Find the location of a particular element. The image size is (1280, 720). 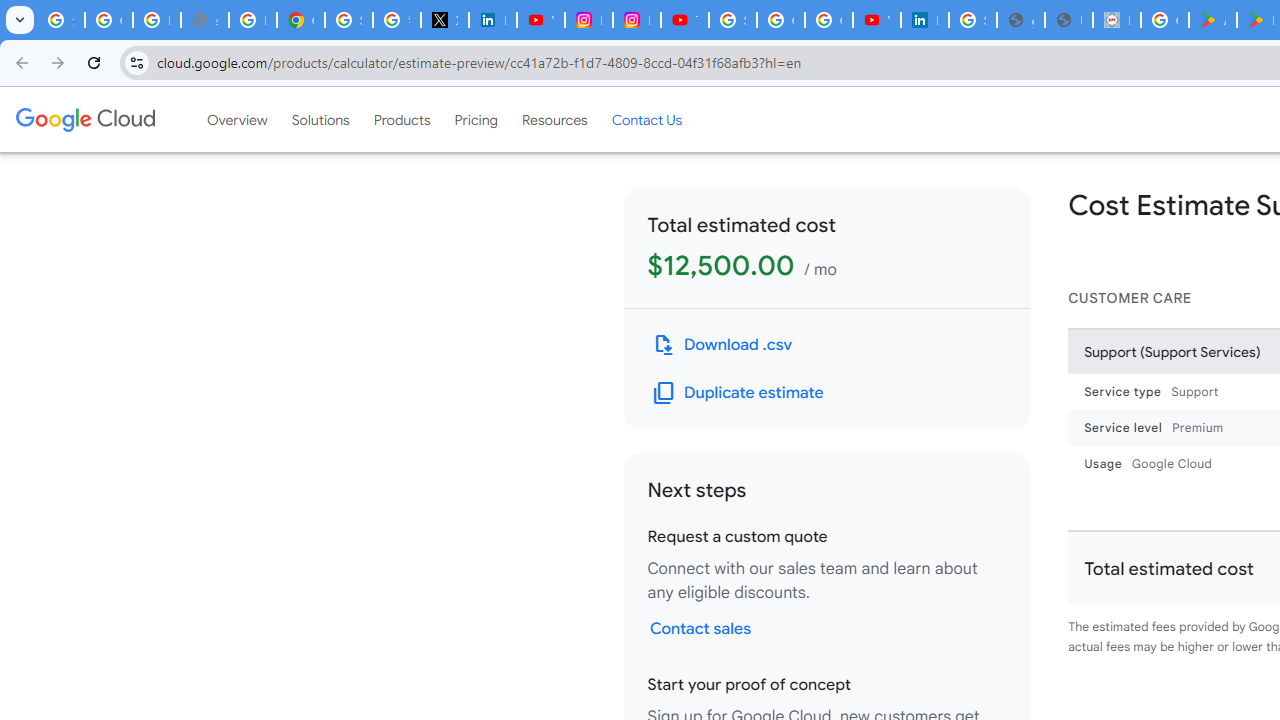

'Solutions' is located at coordinates (320, 119).